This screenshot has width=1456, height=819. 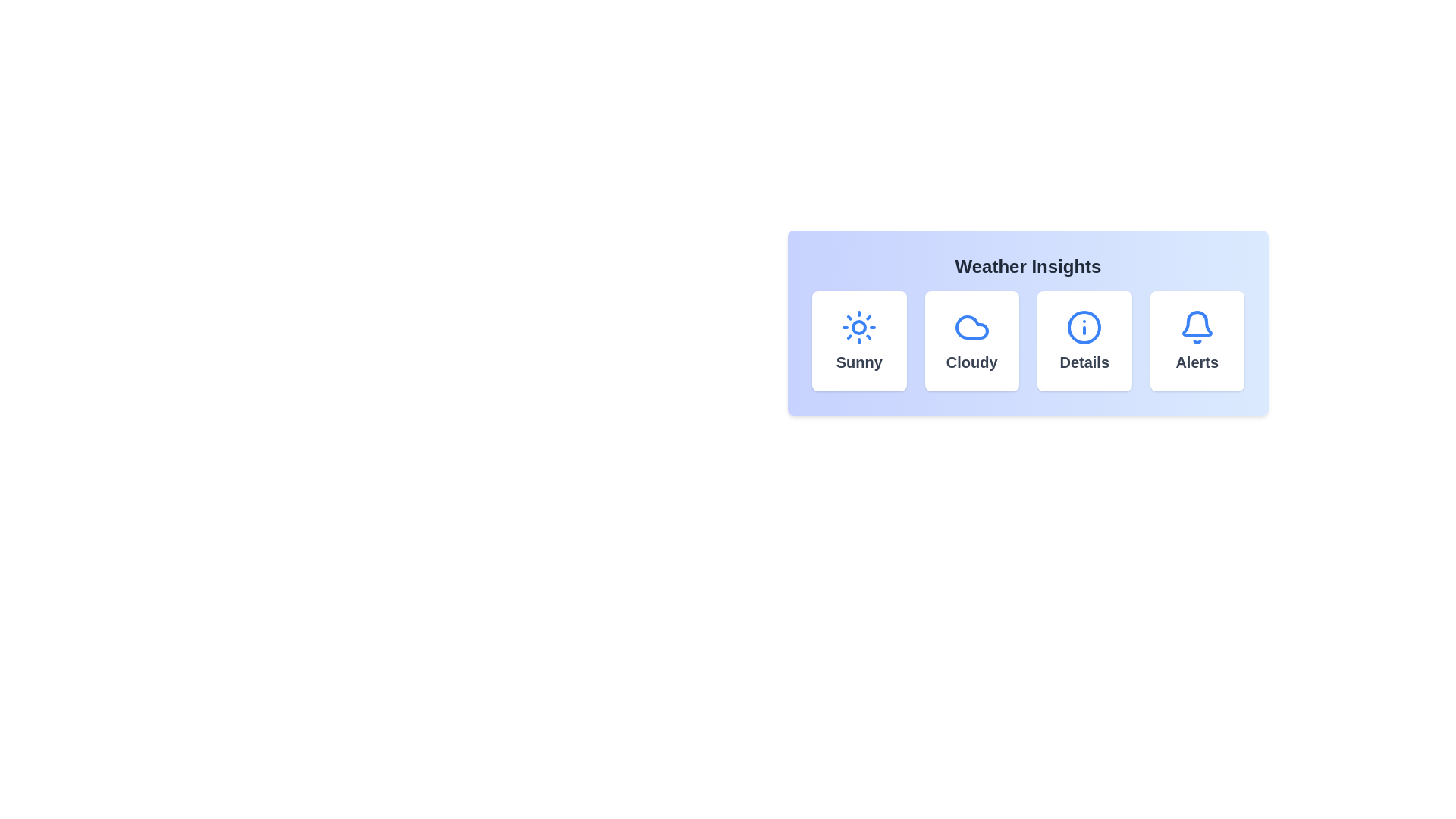 What do you see at coordinates (1084, 362) in the screenshot?
I see `the non-interactive Text Label that describes the purpose of the associated card in the 'Weather Insights' section, positioned beneath the circular 'info' icon` at bounding box center [1084, 362].